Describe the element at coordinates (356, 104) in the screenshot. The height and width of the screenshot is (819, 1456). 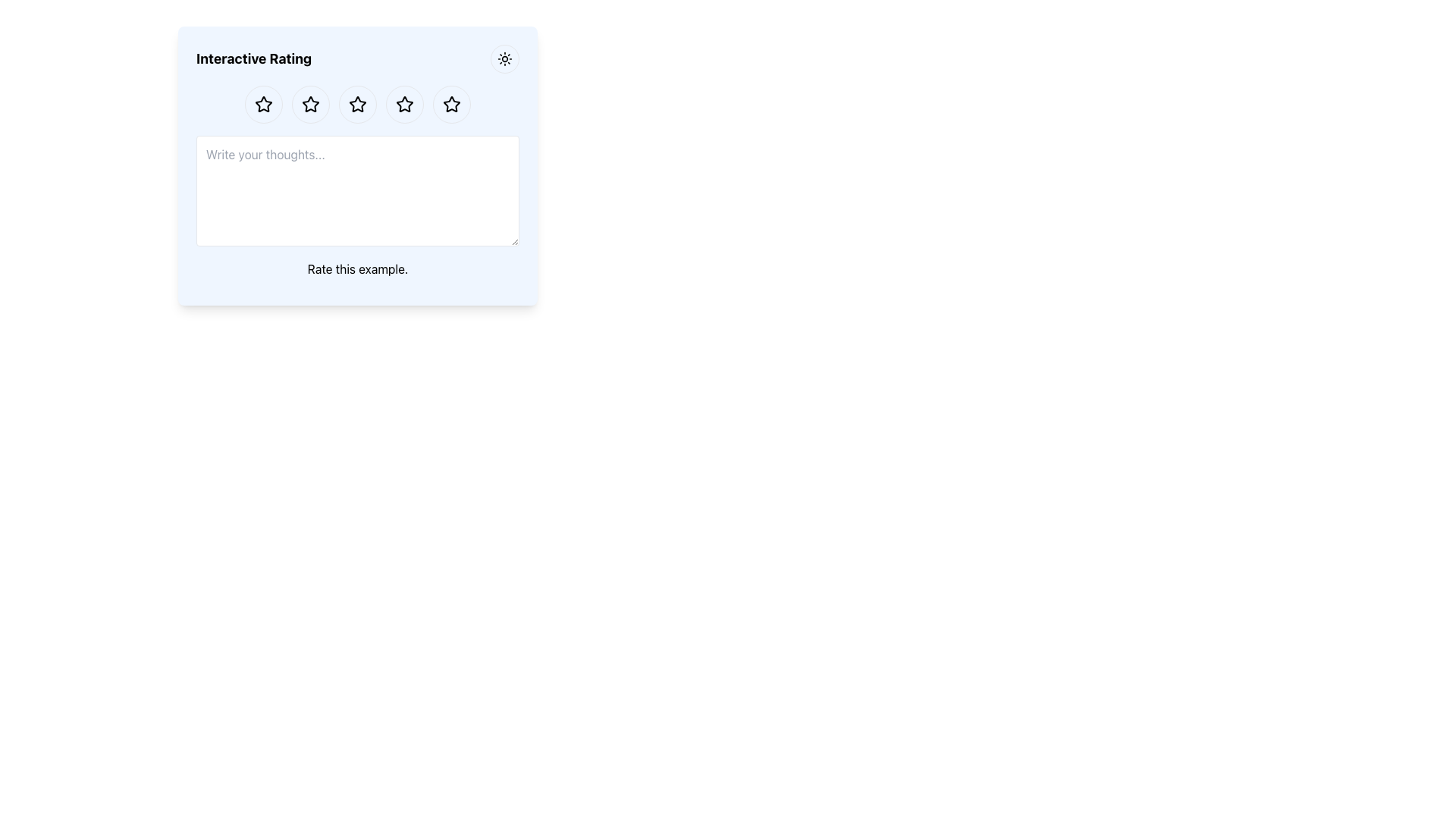
I see `the third star icon in the horizontally aligned group of rating stars` at that location.